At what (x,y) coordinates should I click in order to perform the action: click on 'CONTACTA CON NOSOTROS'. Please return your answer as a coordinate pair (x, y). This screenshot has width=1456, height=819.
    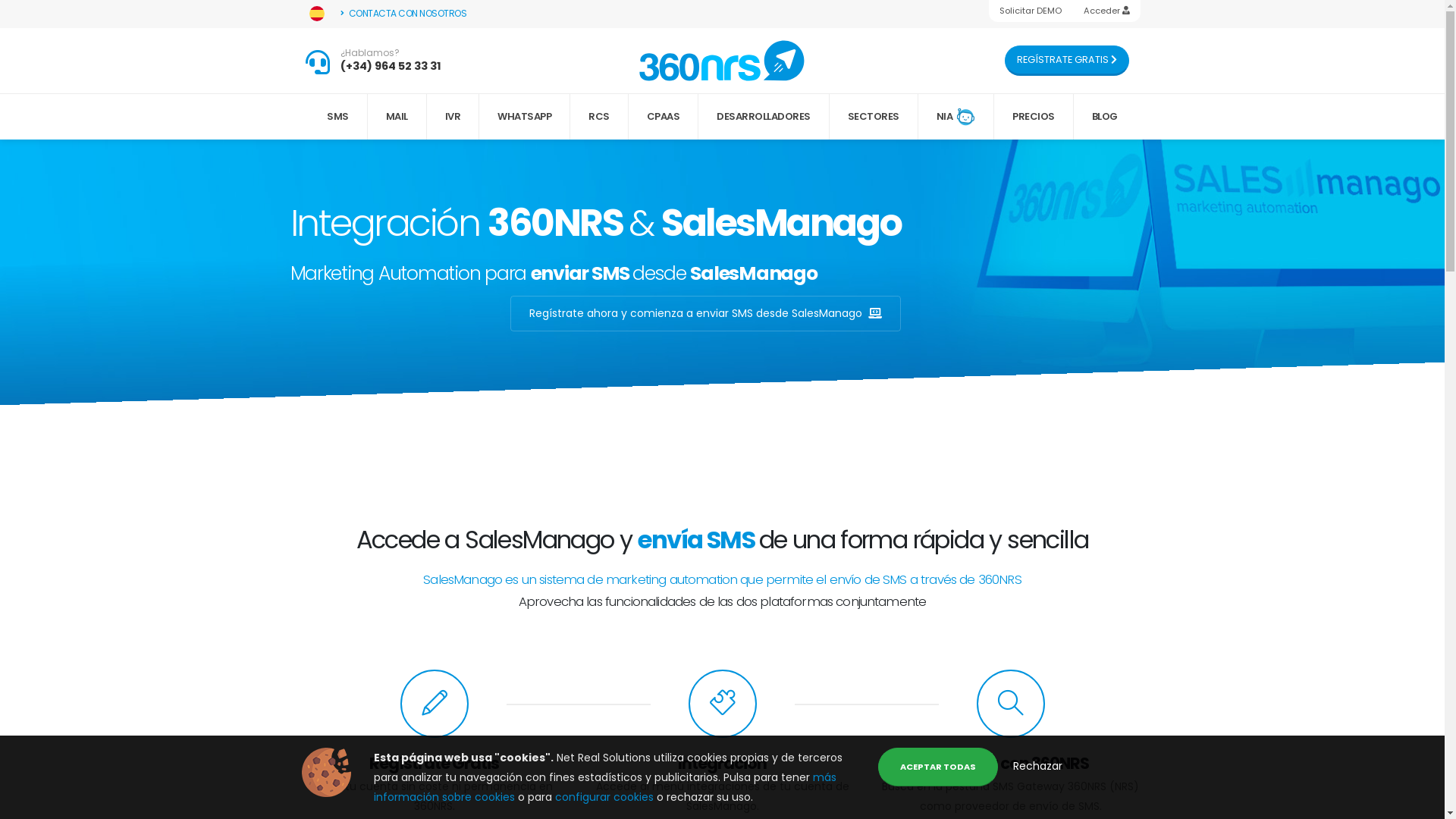
    Looking at the image, I should click on (403, 14).